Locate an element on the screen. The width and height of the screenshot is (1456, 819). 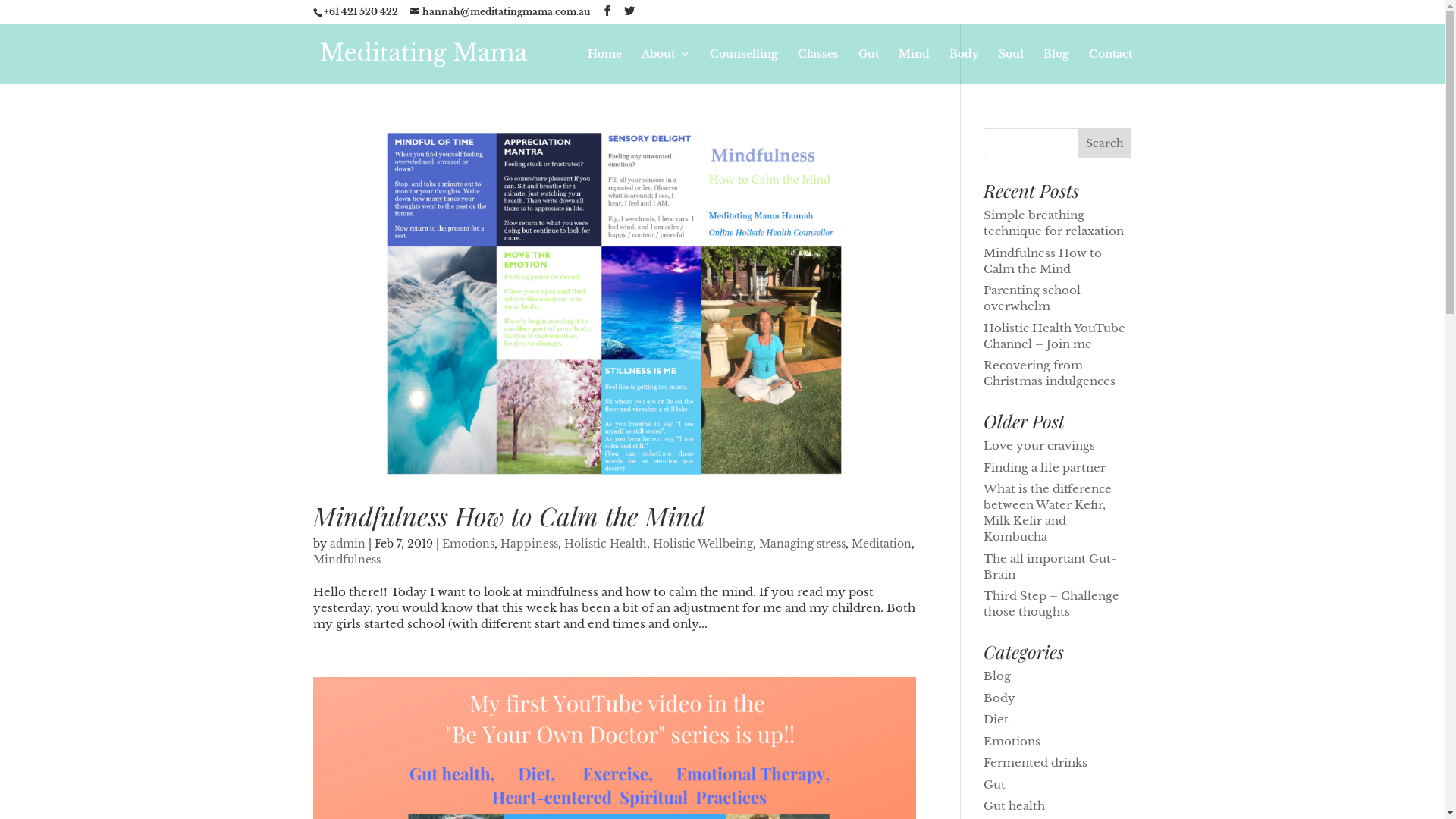
'Fermented drinks' is located at coordinates (1034, 762).